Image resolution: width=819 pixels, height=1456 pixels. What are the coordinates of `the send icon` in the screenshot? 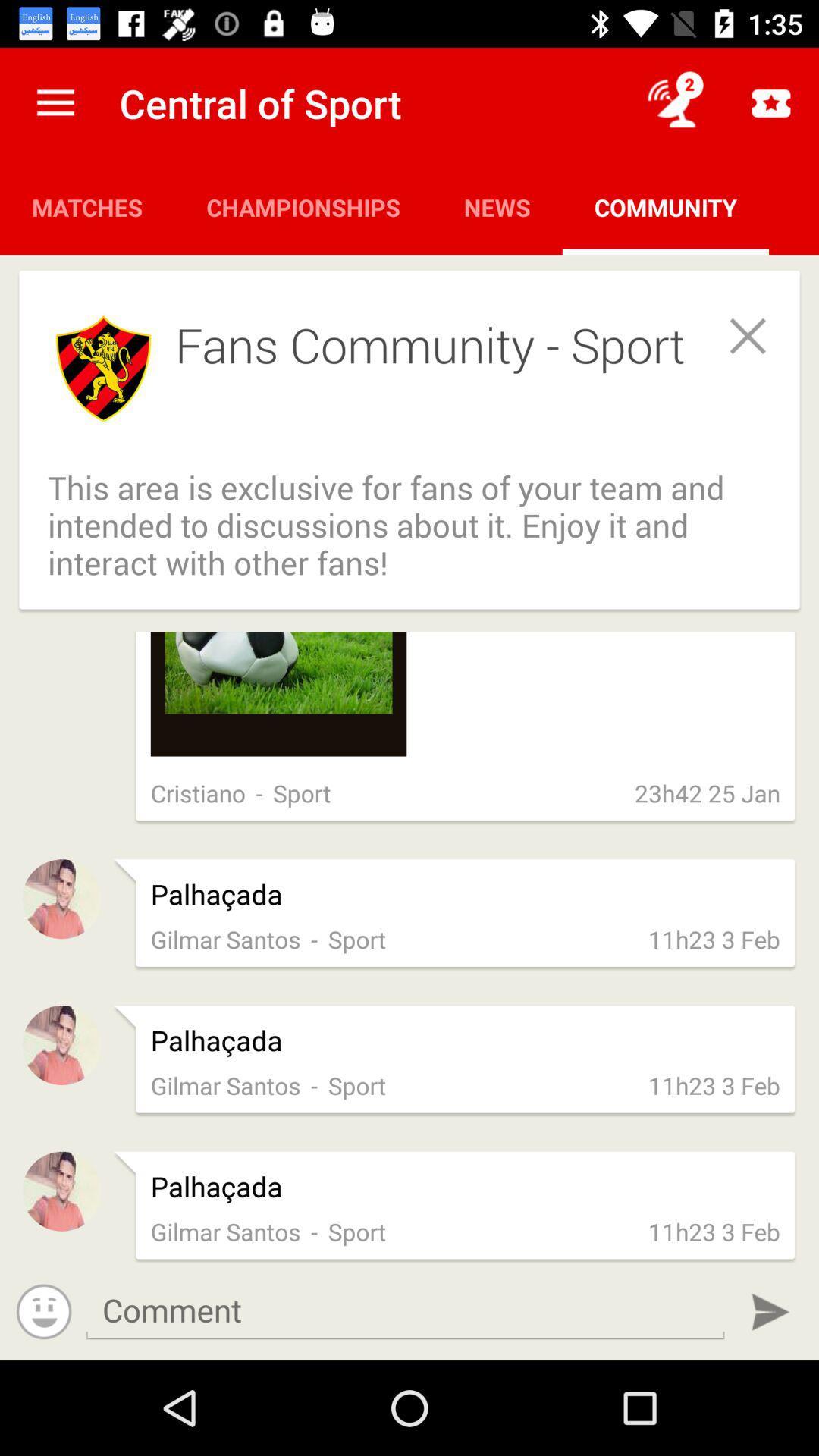 It's located at (770, 1311).